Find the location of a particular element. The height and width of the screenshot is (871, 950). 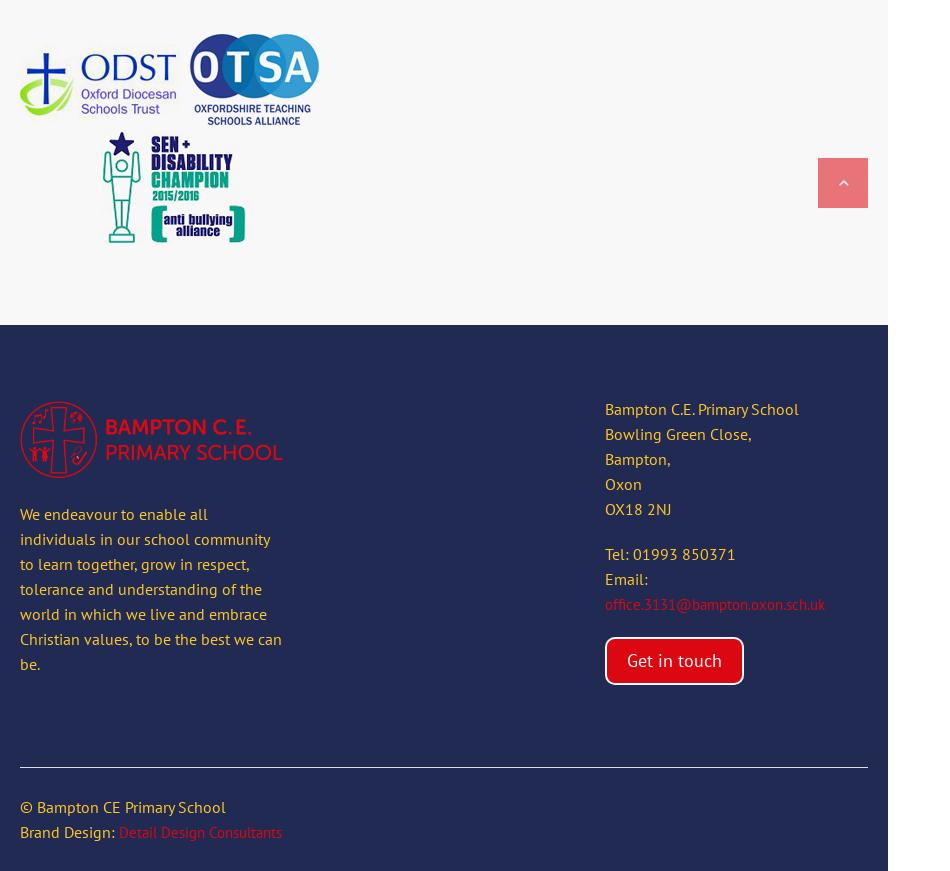

'Get in touch' is located at coordinates (673, 659).